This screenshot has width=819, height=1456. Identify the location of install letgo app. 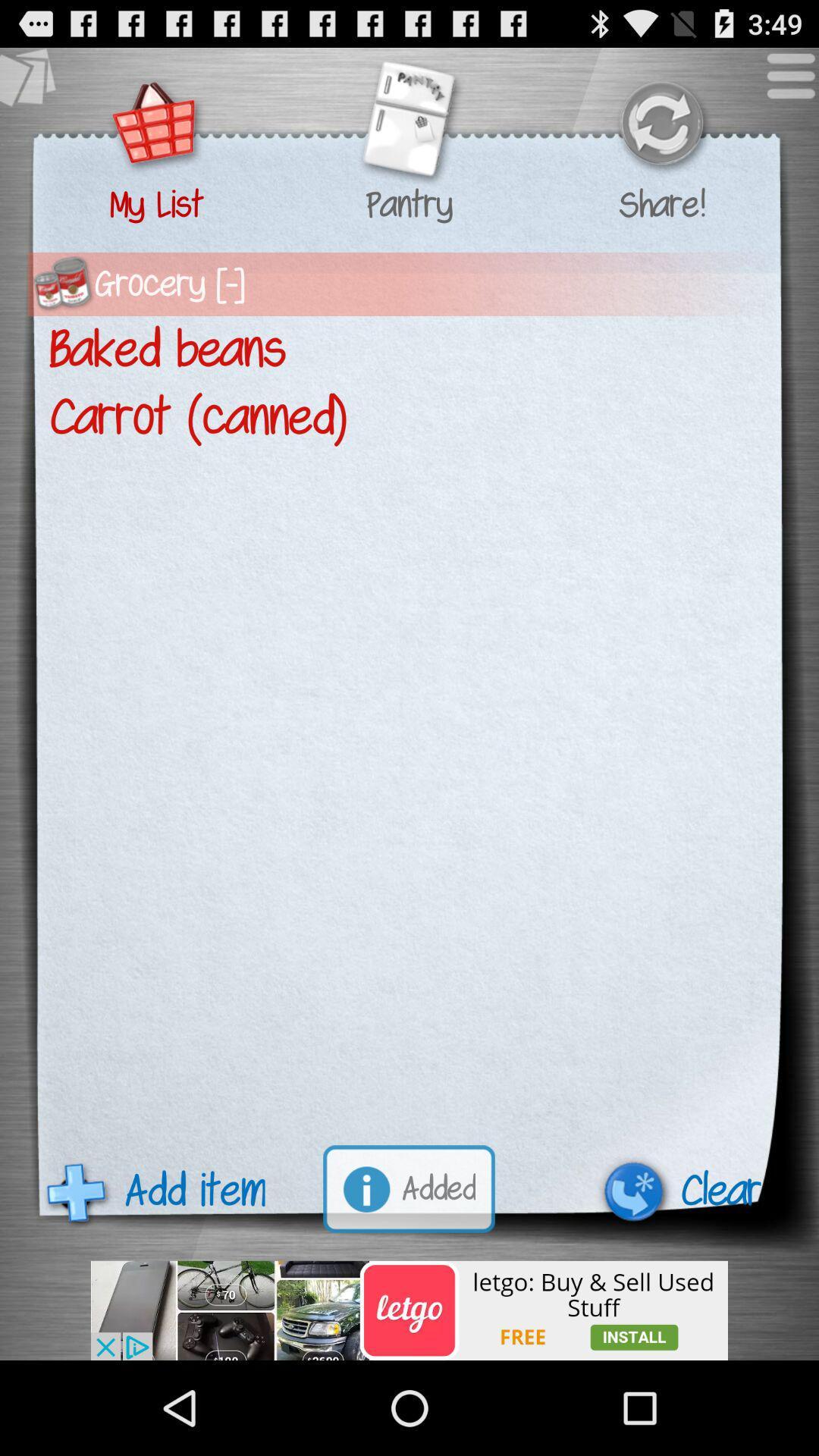
(409, 1310).